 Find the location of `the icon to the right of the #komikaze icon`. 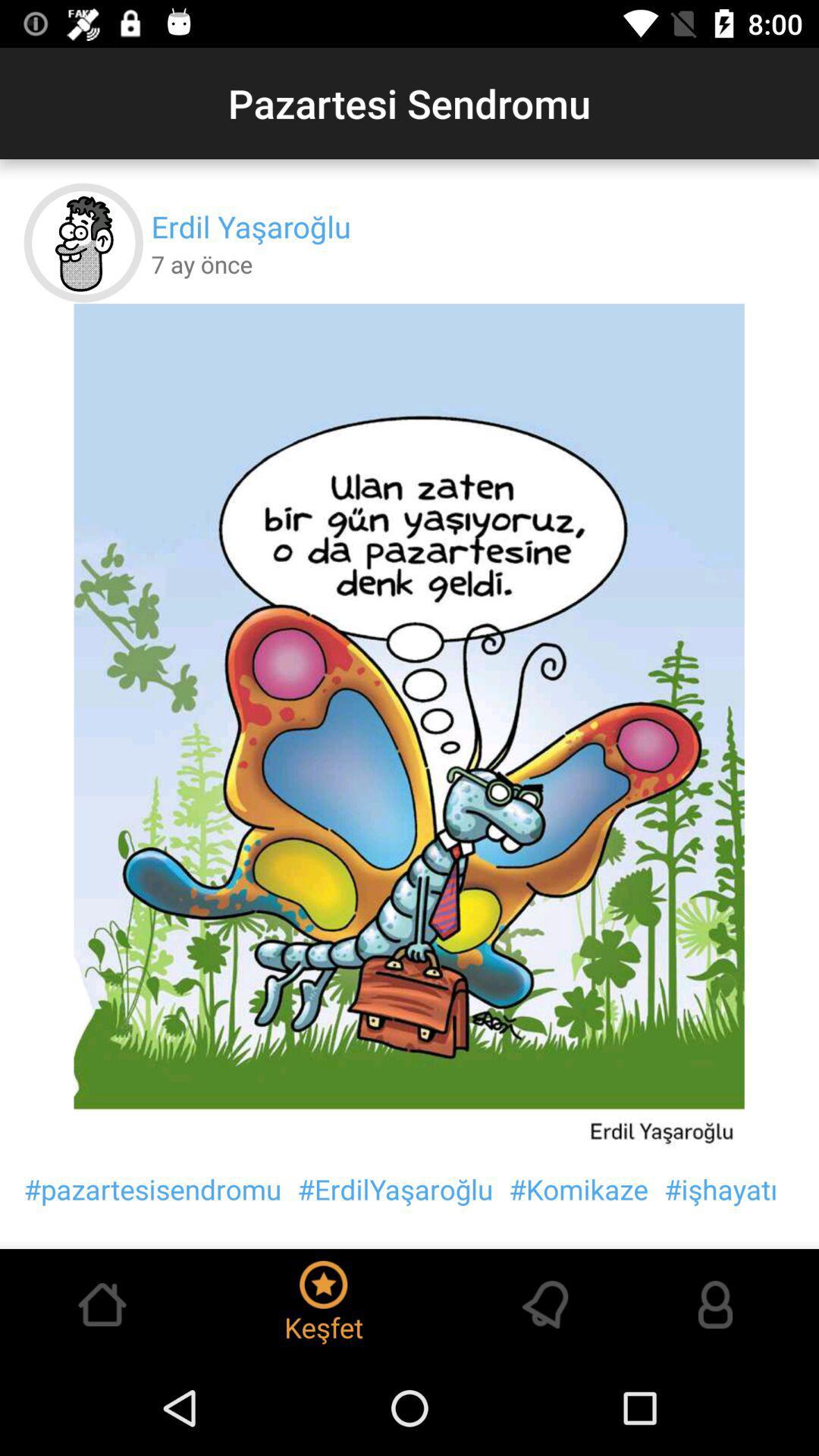

the icon to the right of the #komikaze icon is located at coordinates (720, 1188).